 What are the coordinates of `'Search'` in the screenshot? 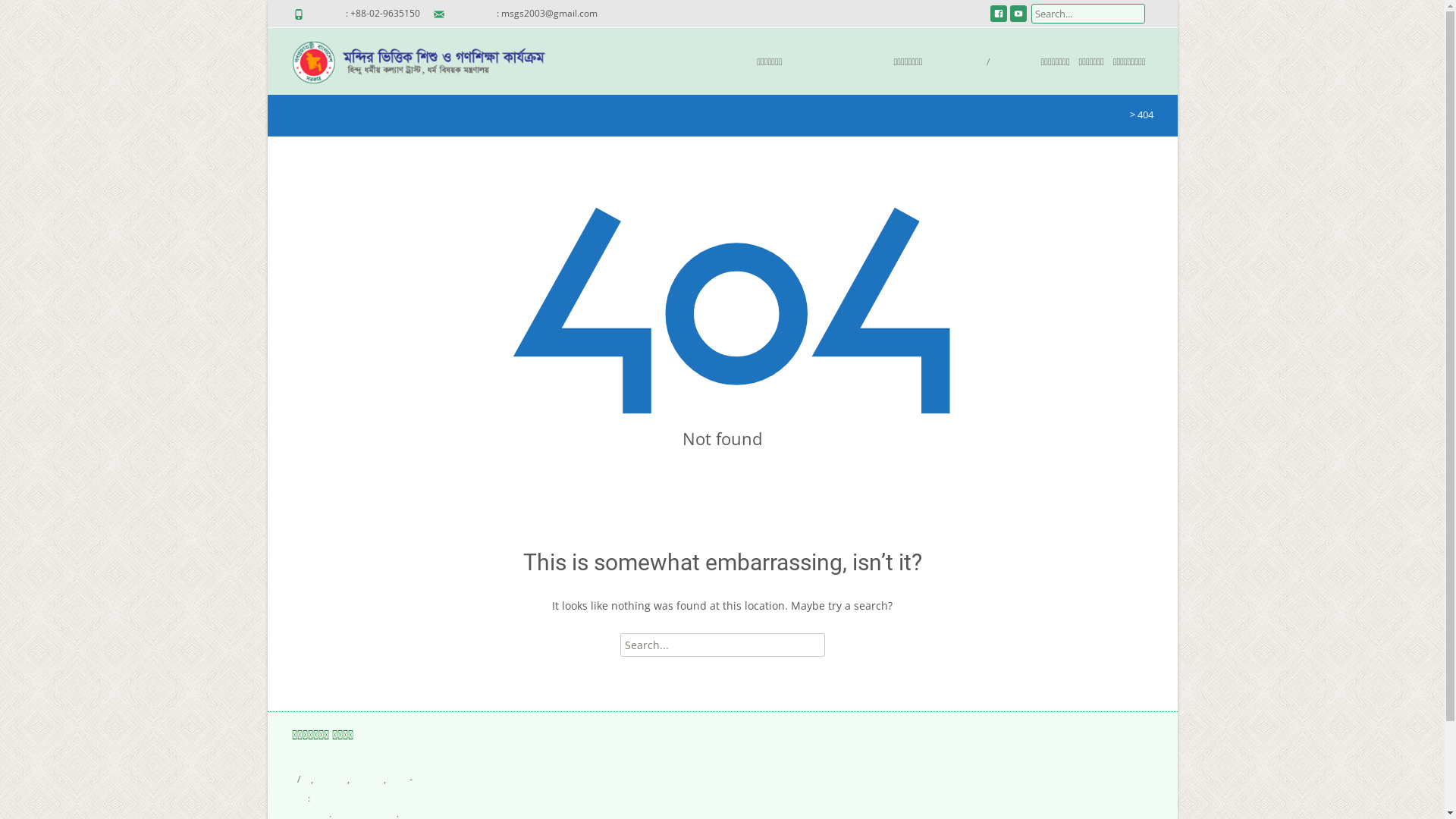 It's located at (36, 15).